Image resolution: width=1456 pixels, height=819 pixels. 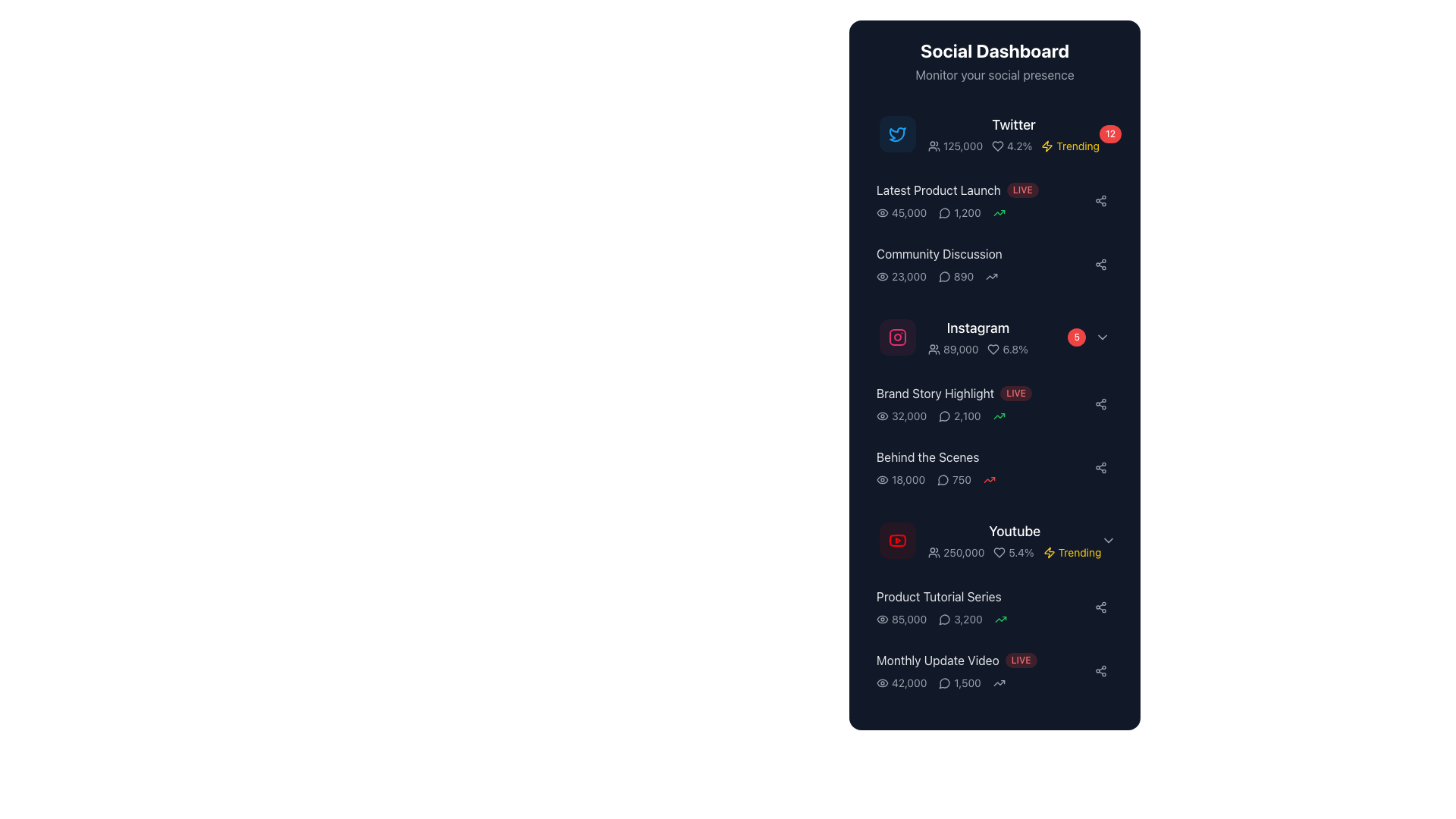 What do you see at coordinates (994, 607) in the screenshot?
I see `the statistics for the 'Product Tutorial Series' list item, which is the sixth item in the media-related sections, located below the 'Youtube' section and above the 'Monthly Update Video'` at bounding box center [994, 607].